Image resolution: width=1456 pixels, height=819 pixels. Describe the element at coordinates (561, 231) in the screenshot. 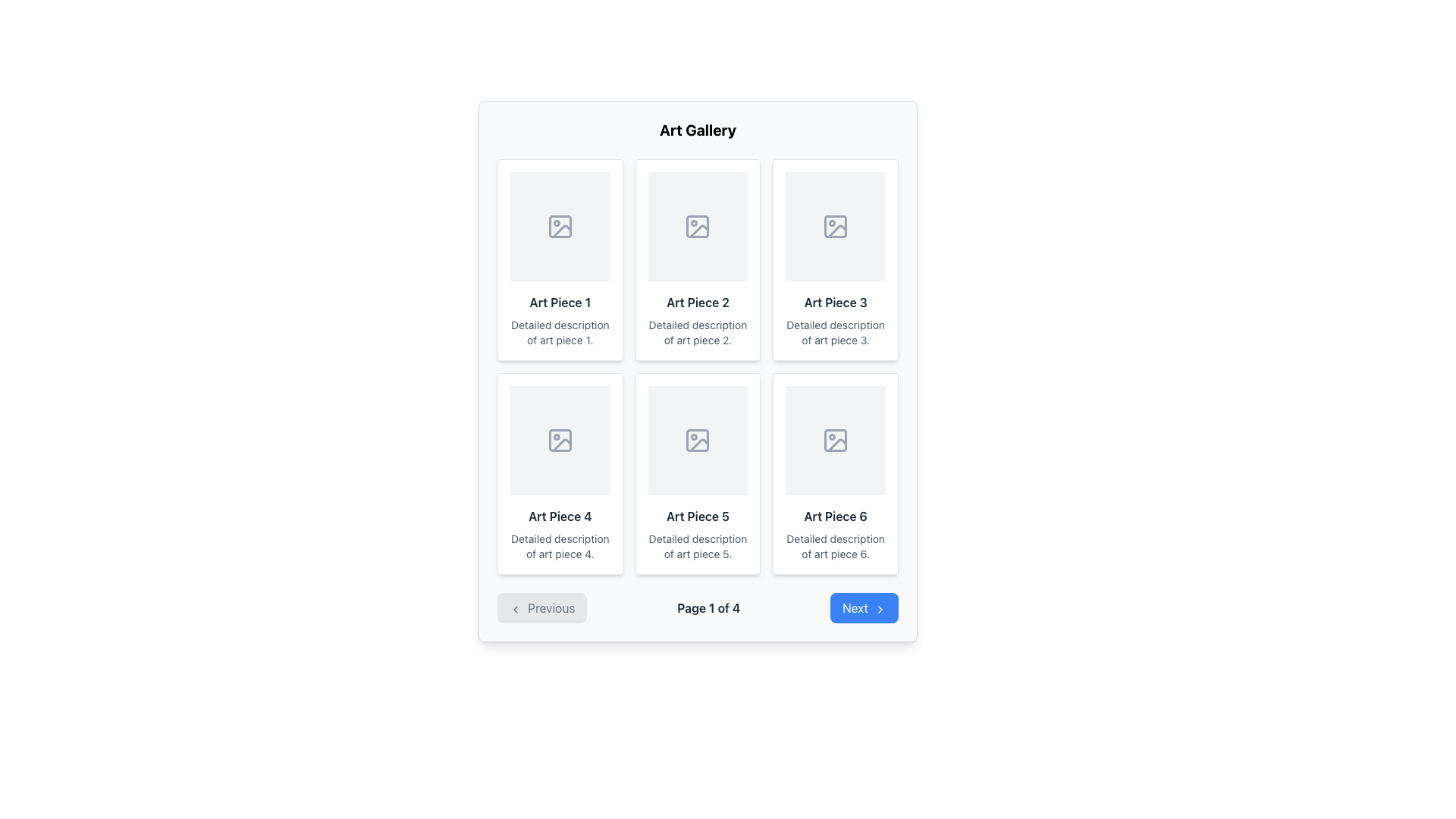

I see `the Decorative graphical element representing an image with a corner overlay, located in the top-left grid item labeled 'Art Piece 1.'` at that location.